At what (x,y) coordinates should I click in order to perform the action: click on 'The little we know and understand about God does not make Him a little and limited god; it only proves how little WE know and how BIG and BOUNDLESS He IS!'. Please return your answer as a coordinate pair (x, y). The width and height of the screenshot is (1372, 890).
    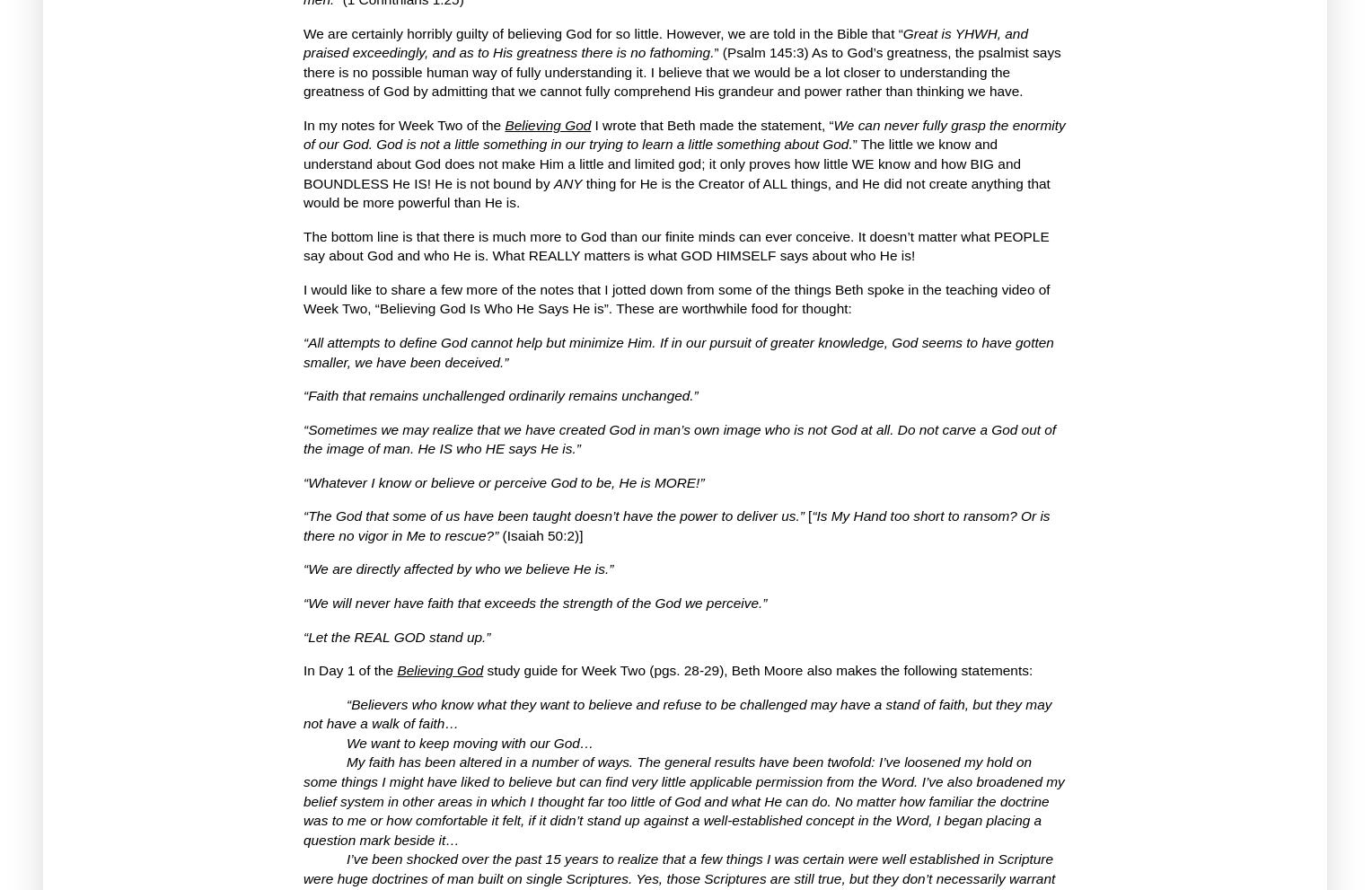
    Looking at the image, I should click on (661, 163).